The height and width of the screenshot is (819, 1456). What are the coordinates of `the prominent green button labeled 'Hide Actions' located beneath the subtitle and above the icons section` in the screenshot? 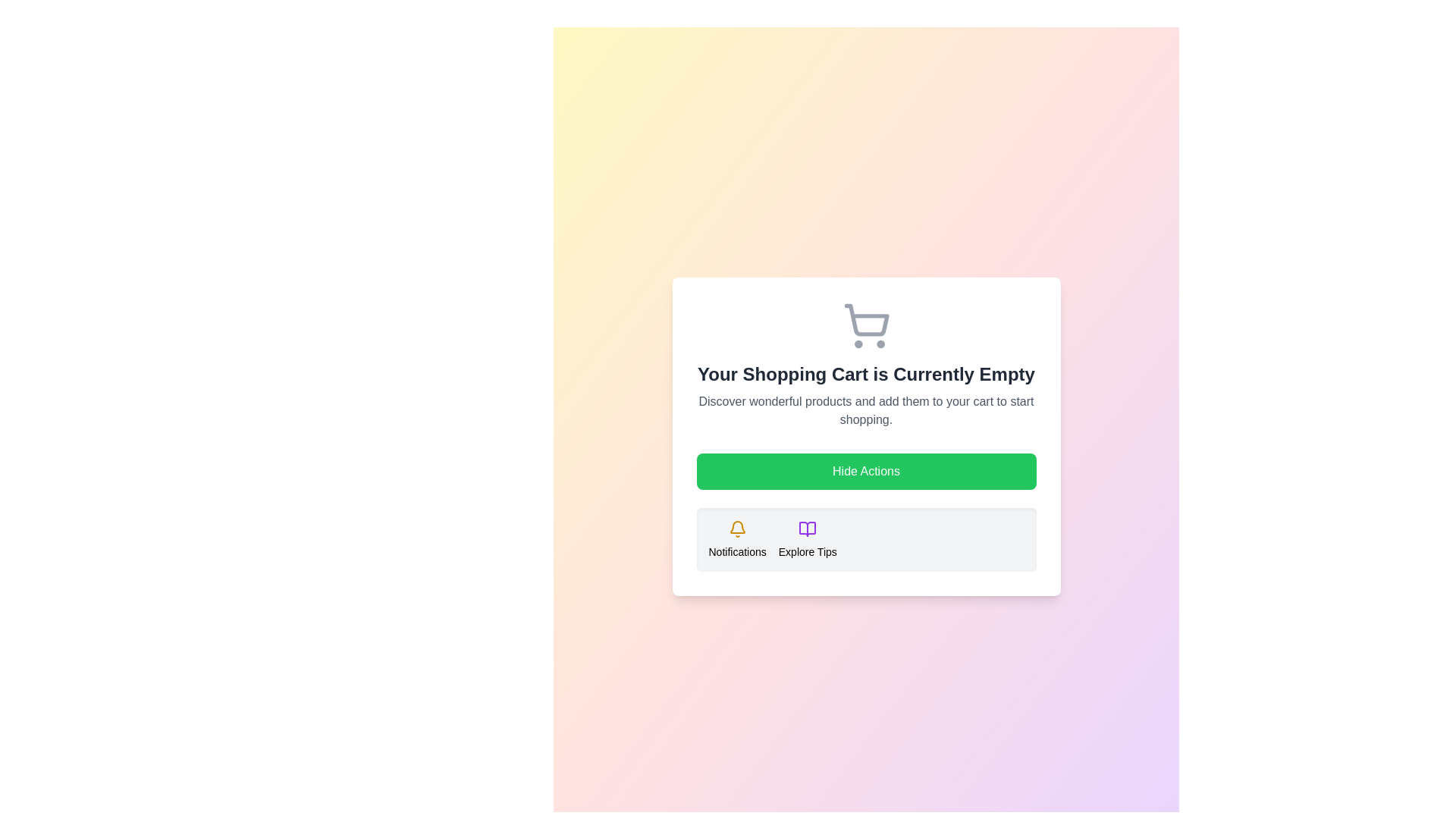 It's located at (866, 470).